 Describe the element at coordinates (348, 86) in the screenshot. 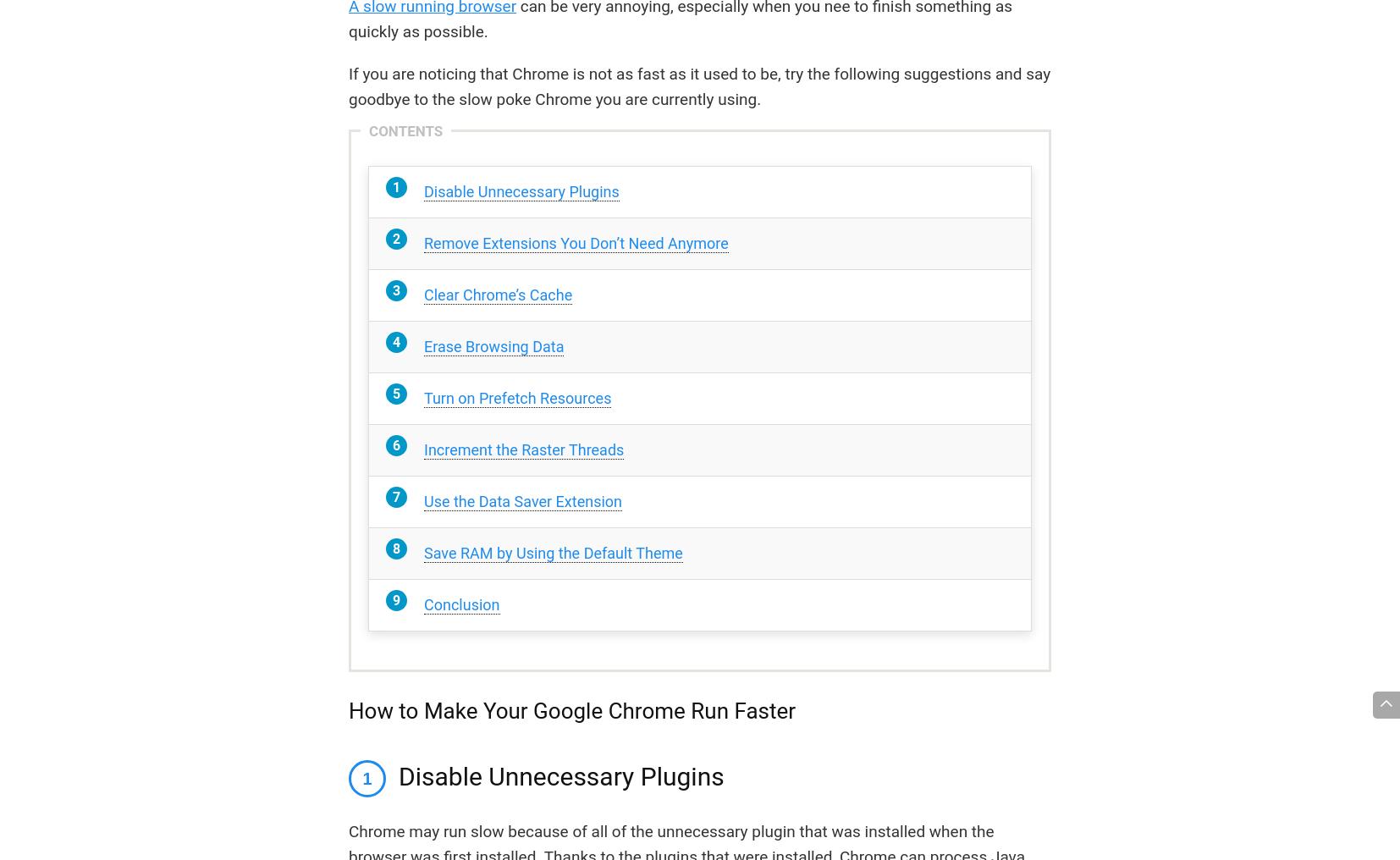

I see `'If you are noticing that Chrome is not as fast as it used to be, try the following suggestions and say goodbye to the slow poke Chrome you are currently using.'` at that location.